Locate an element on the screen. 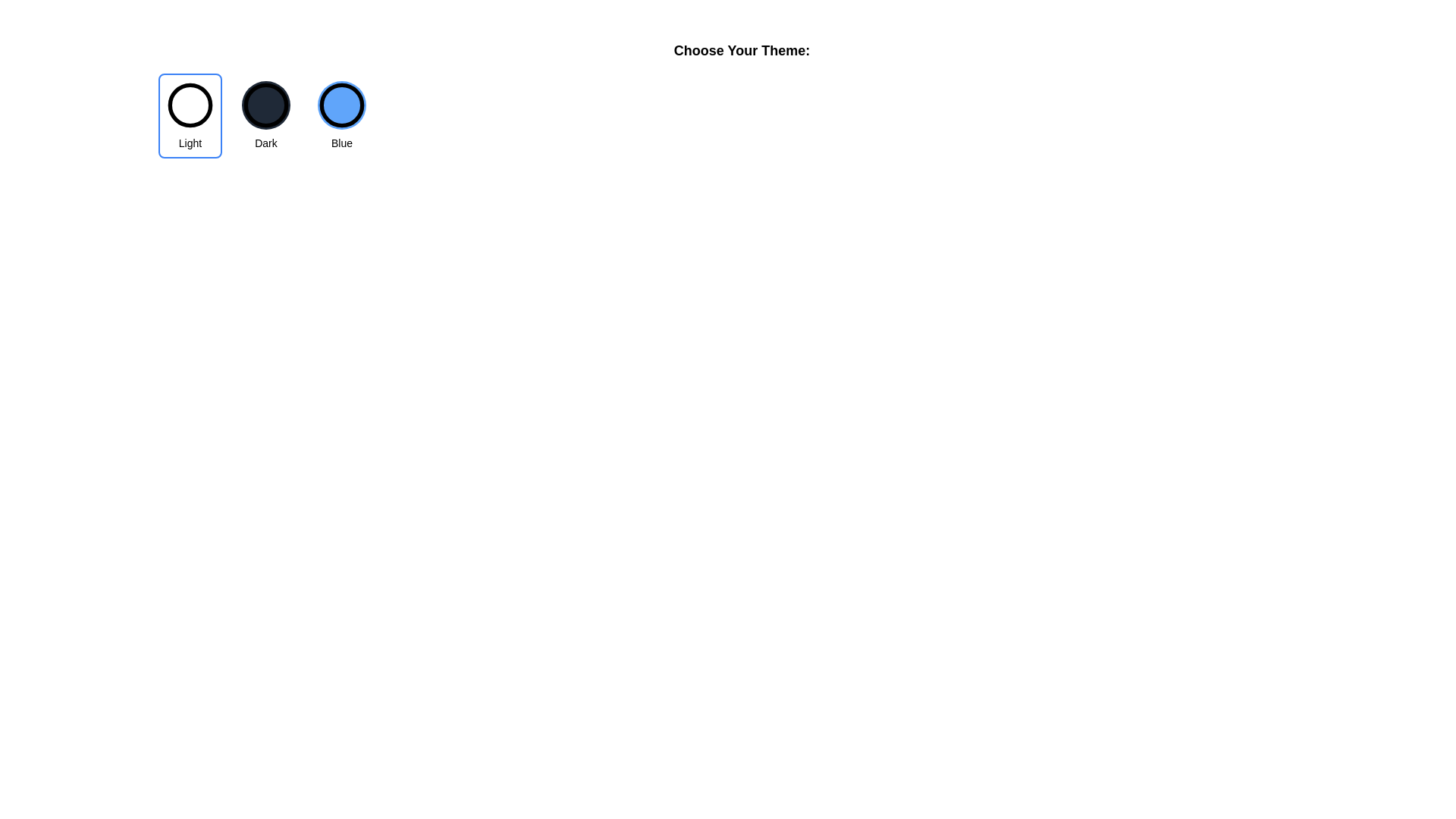 This screenshot has height=819, width=1456. the 'Light' theme button located at the leftmost position of the theme selection row is located at coordinates (189, 115).